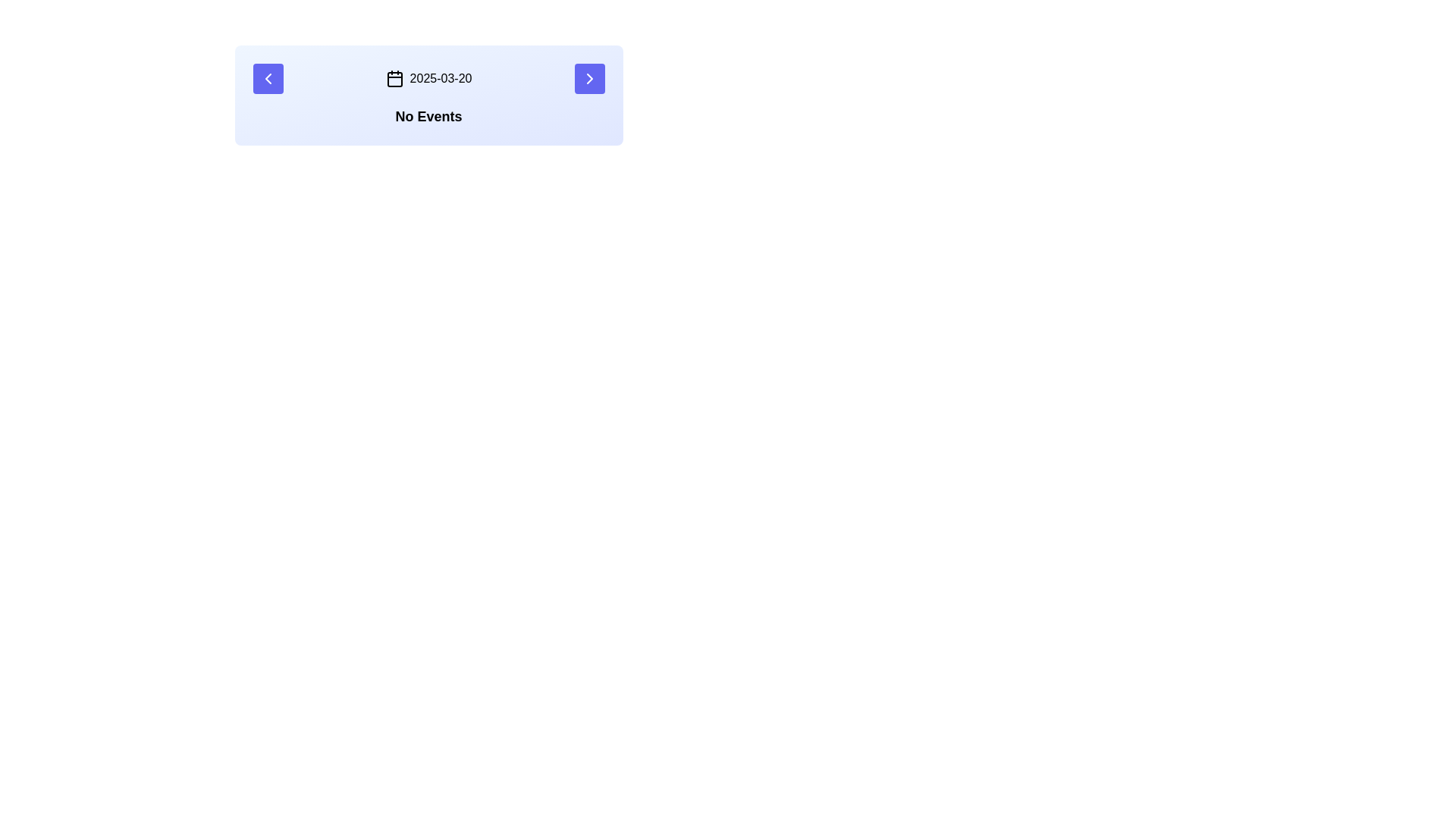 The width and height of the screenshot is (1456, 819). What do you see at coordinates (394, 79) in the screenshot?
I see `the calendar icon located to the left of the text '2025-03-20'` at bounding box center [394, 79].